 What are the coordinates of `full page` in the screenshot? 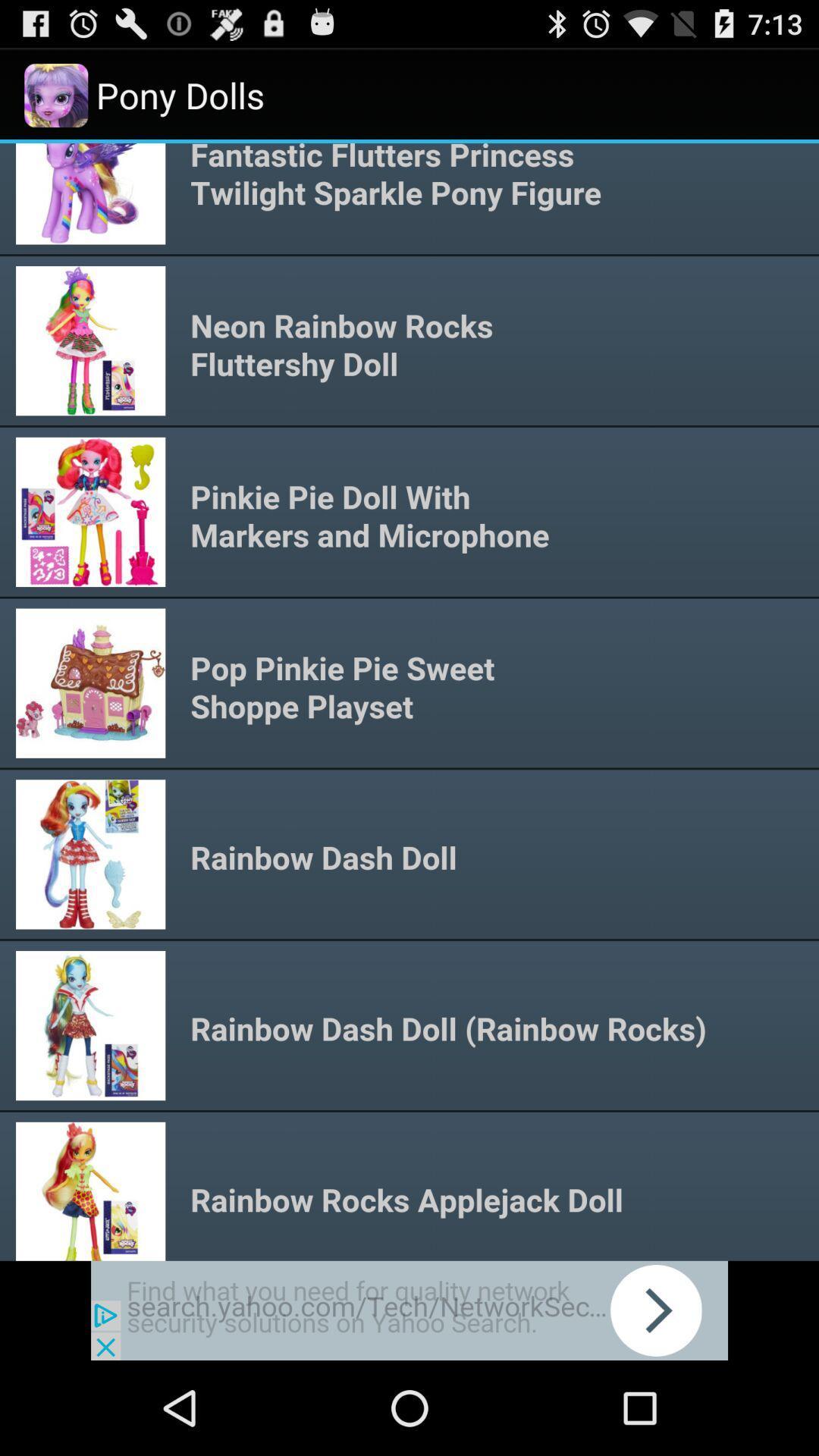 It's located at (409, 701).